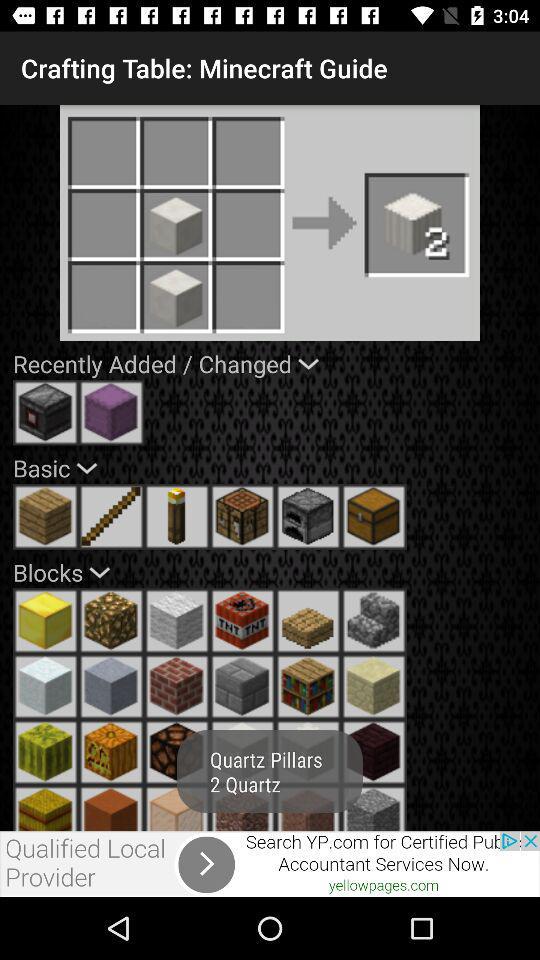  Describe the element at coordinates (242, 808) in the screenshot. I see `pick this block` at that location.